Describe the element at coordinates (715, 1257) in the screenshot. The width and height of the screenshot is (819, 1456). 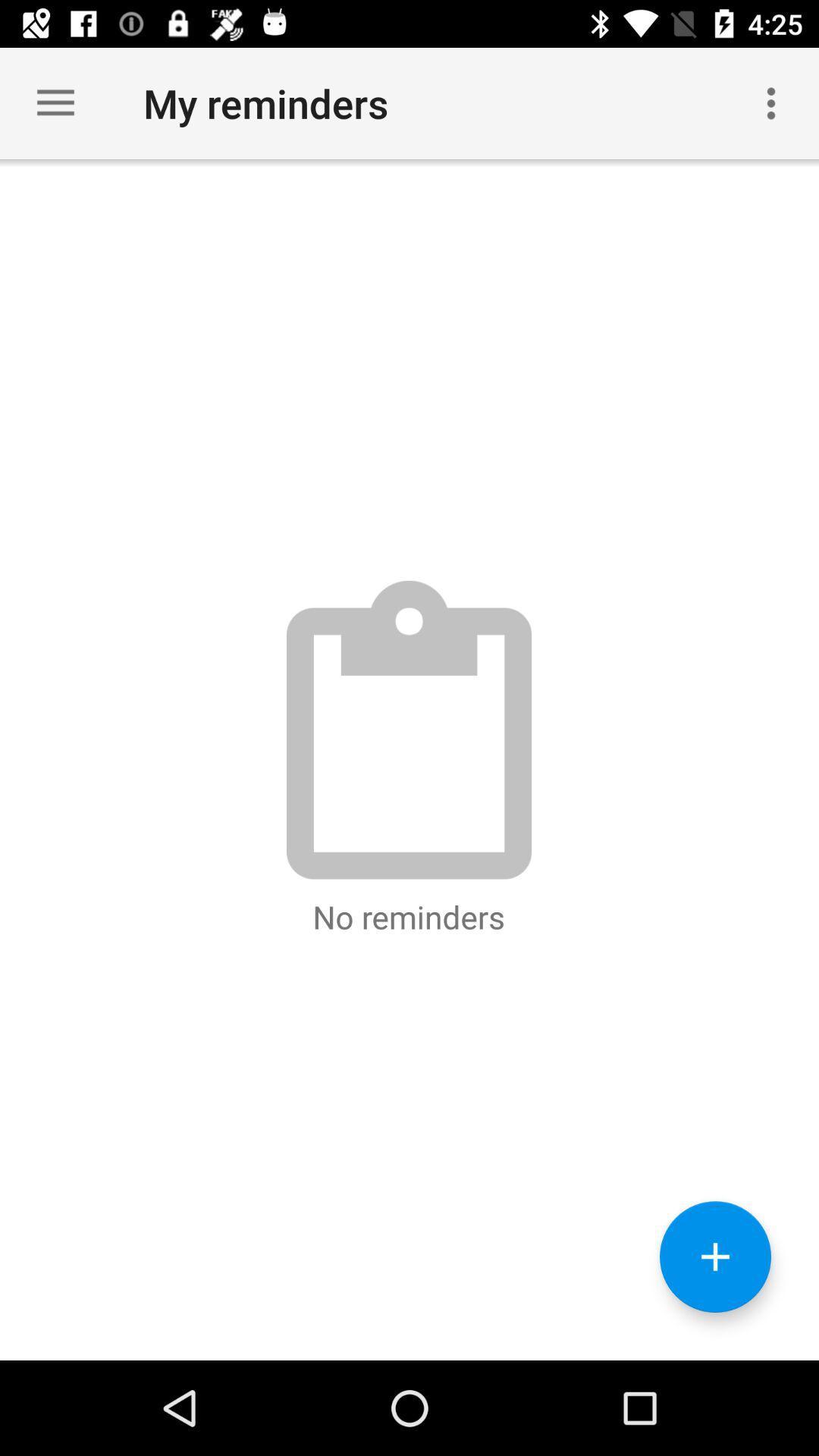
I see `a reminder` at that location.